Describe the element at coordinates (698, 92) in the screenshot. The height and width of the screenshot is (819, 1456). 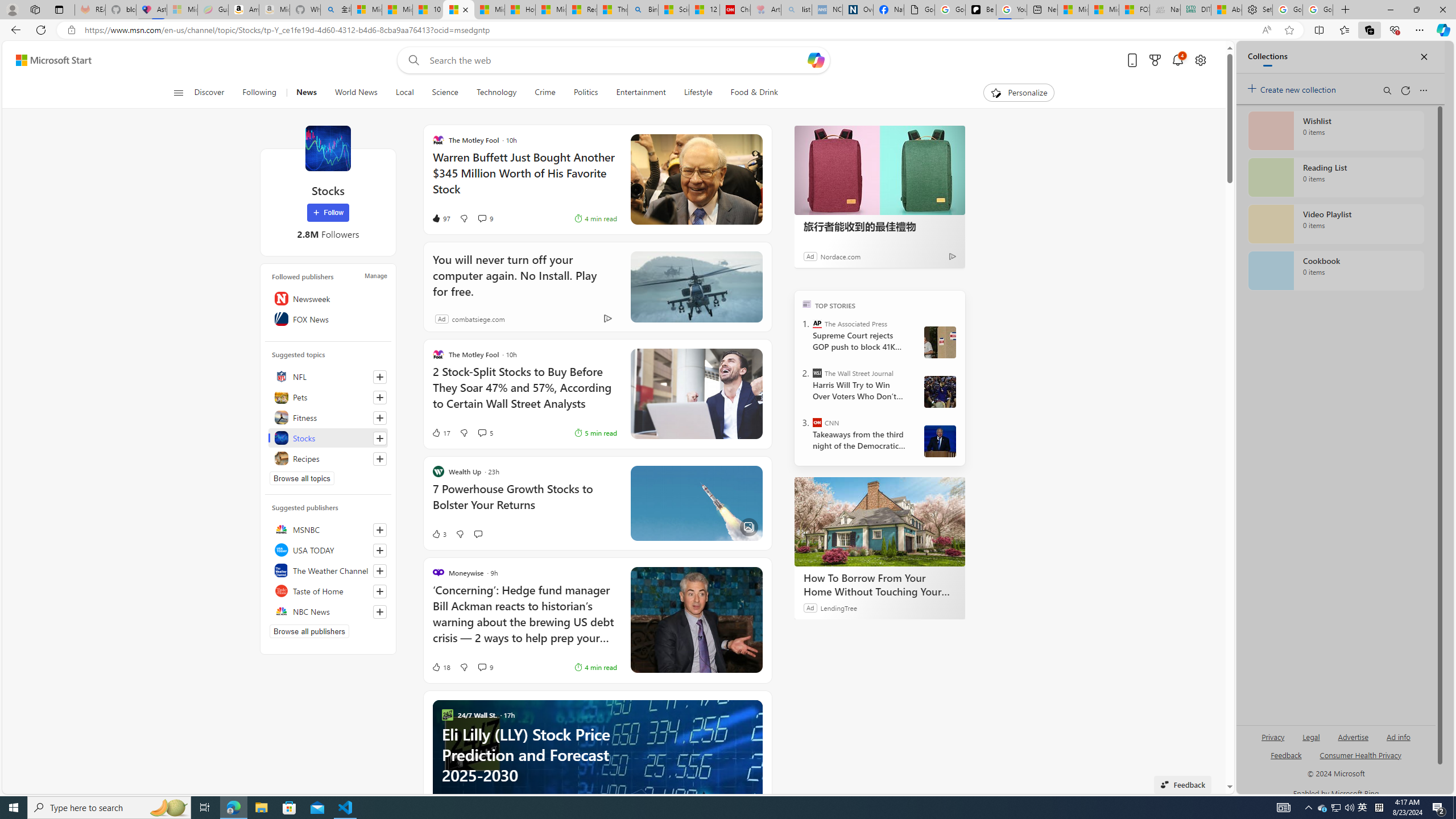
I see `'Lifestyle'` at that location.